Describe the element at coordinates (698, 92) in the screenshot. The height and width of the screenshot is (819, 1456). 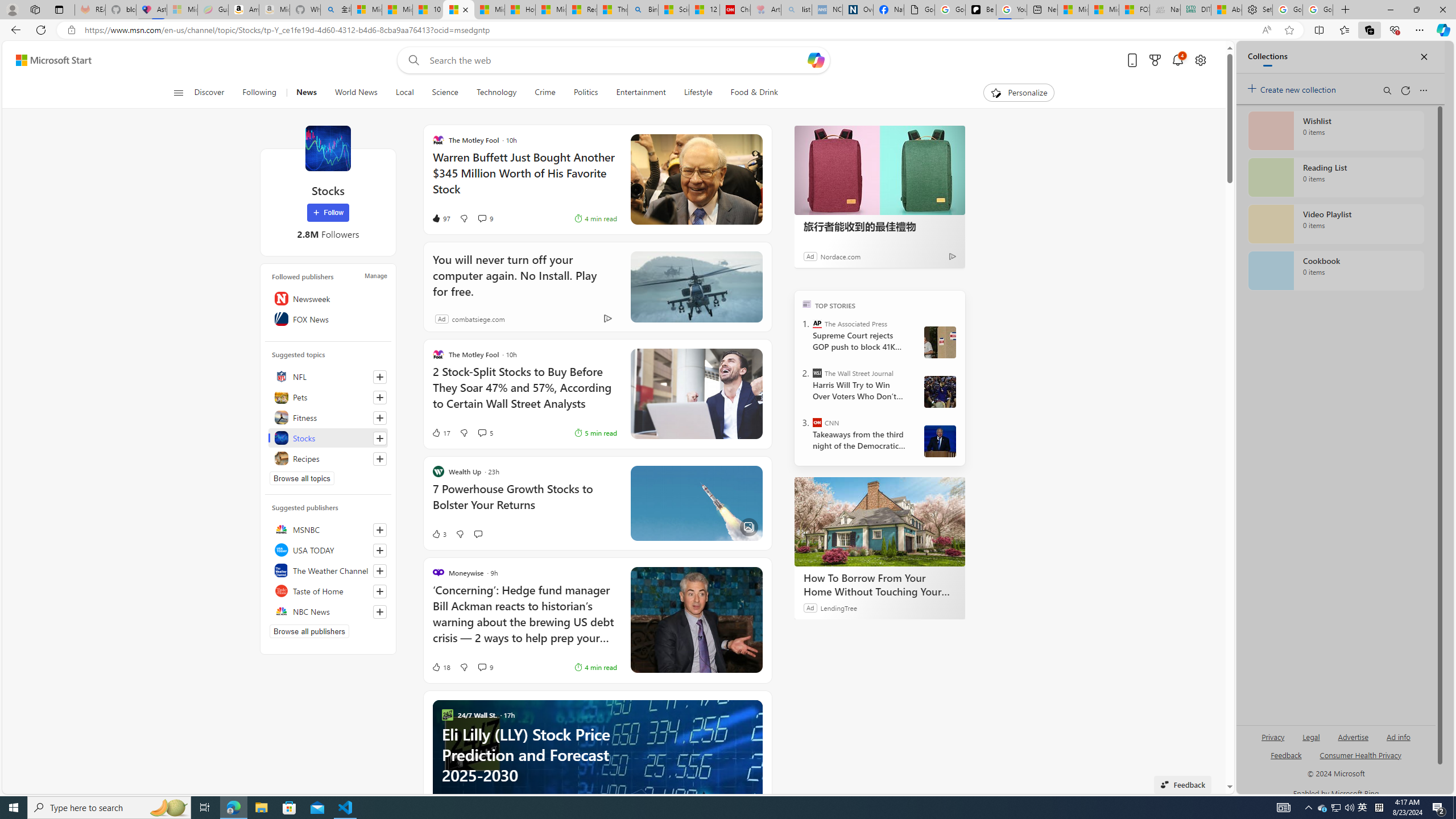
I see `'Lifestyle'` at that location.